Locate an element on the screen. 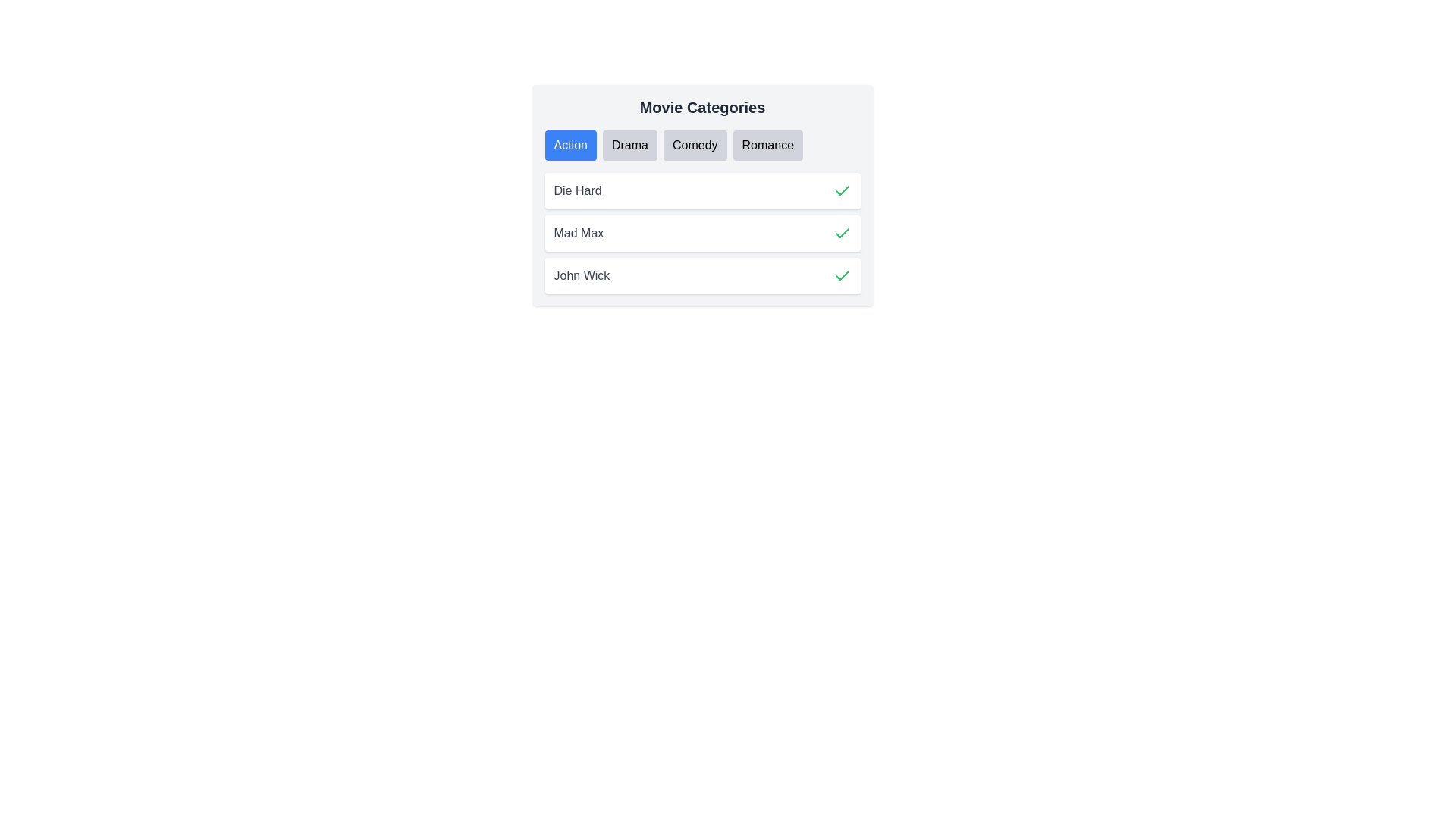 This screenshot has height=819, width=1456. the first button in the movie category filter interface is located at coordinates (570, 146).